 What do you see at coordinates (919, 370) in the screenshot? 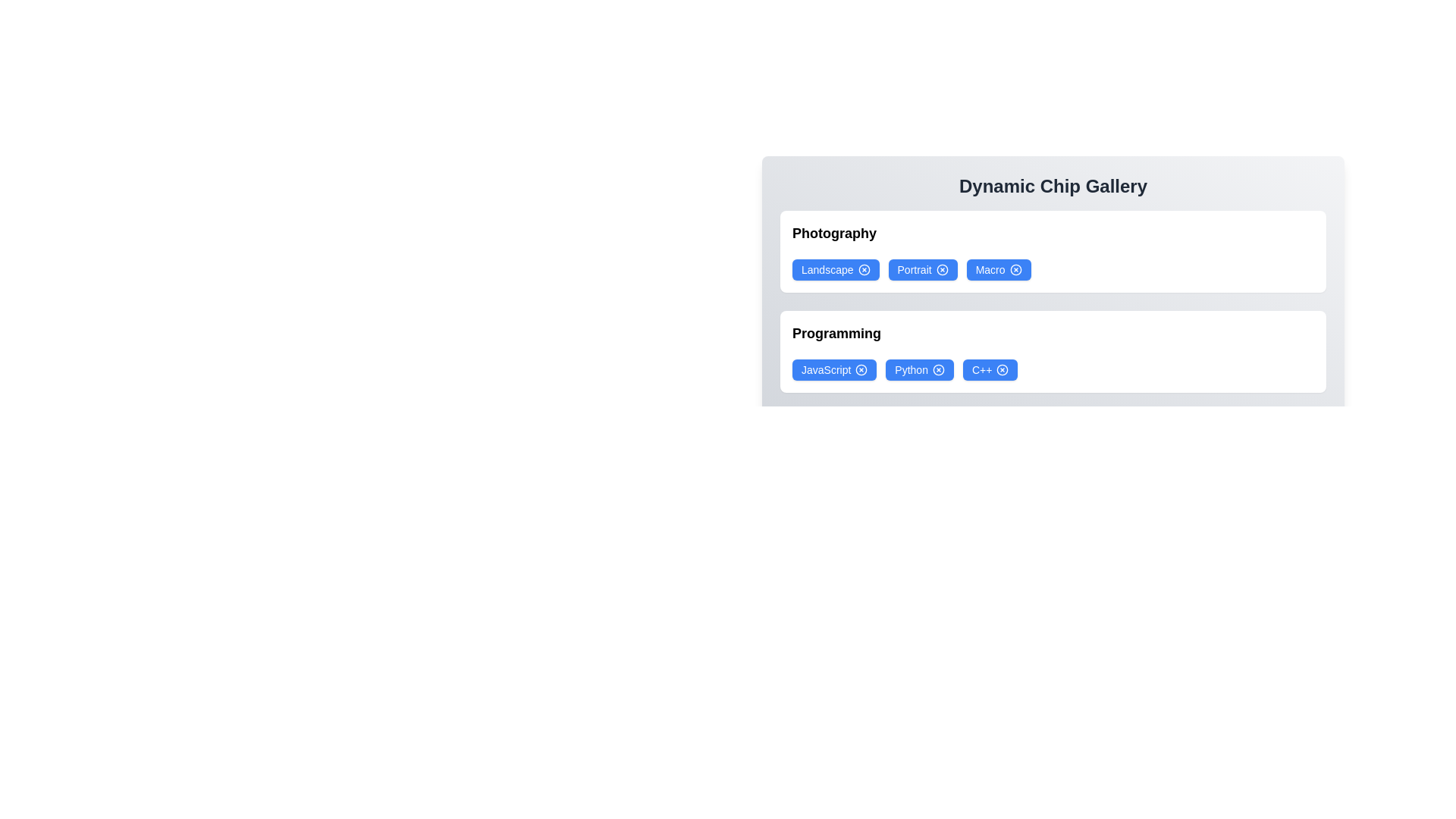
I see `the chip labeled Python to select it` at bounding box center [919, 370].